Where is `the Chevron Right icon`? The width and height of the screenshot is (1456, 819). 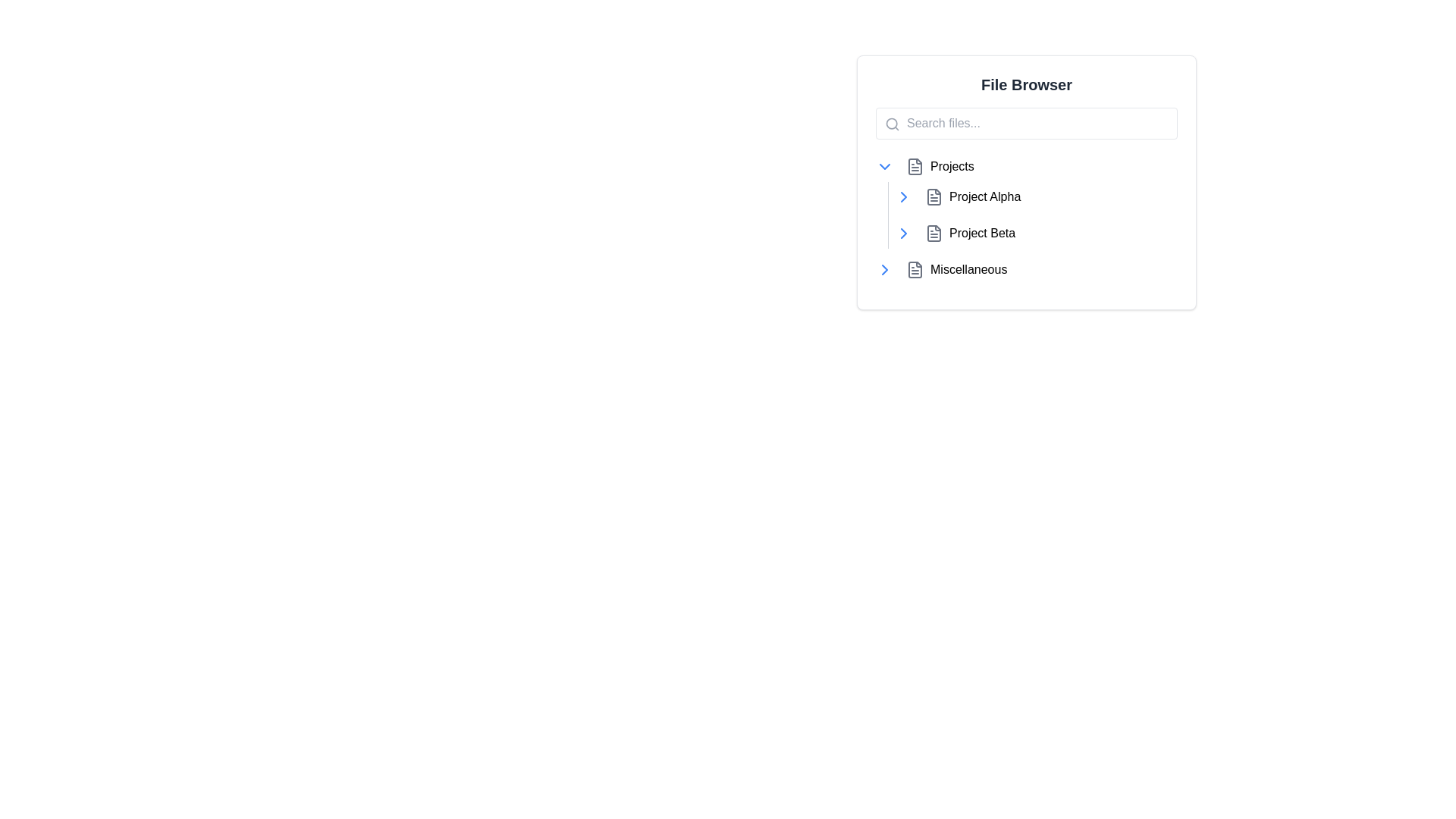 the Chevron Right icon is located at coordinates (903, 234).